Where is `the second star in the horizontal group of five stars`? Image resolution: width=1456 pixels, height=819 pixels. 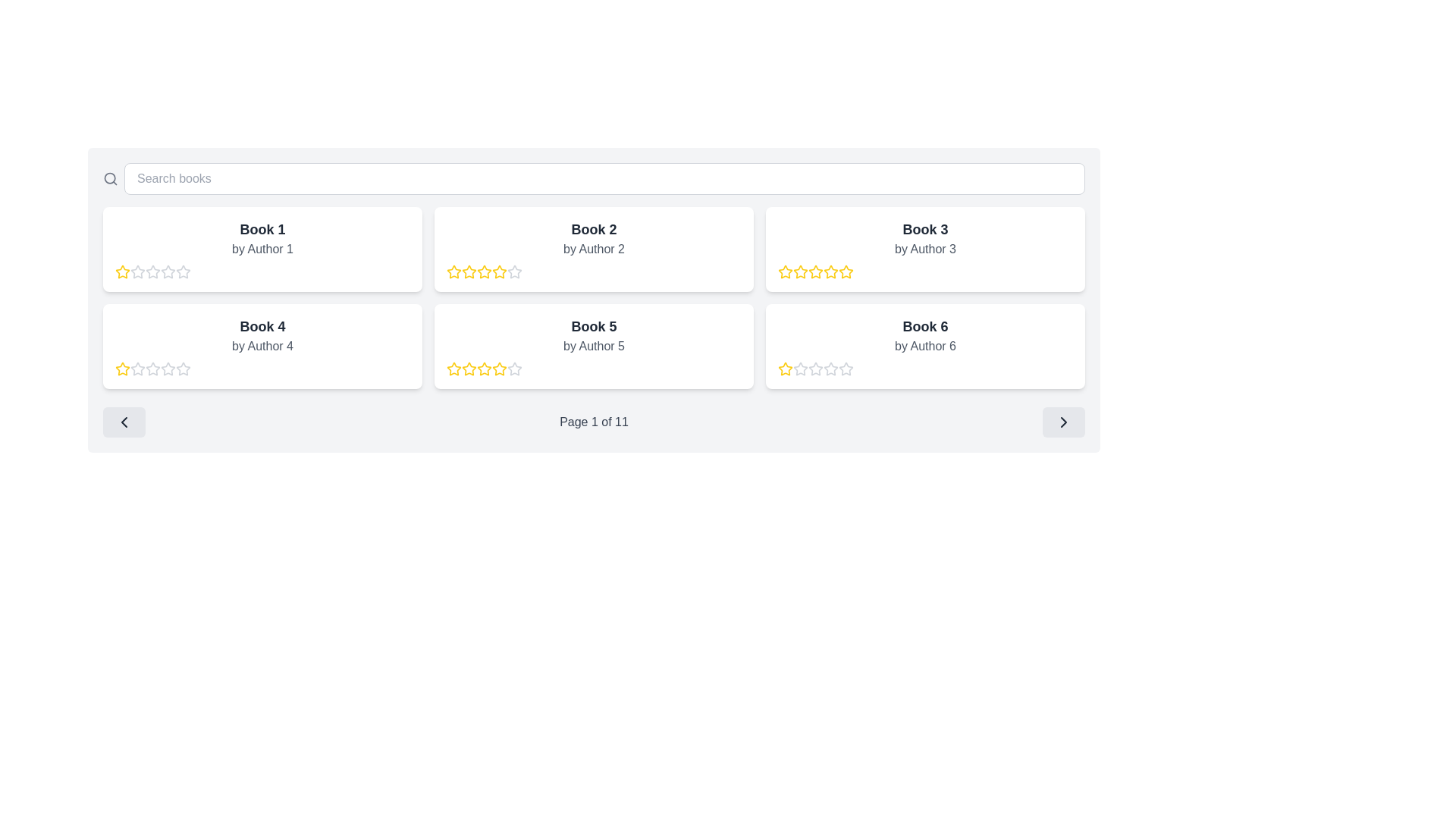
the second star in the horizontal group of five stars is located at coordinates (800, 369).